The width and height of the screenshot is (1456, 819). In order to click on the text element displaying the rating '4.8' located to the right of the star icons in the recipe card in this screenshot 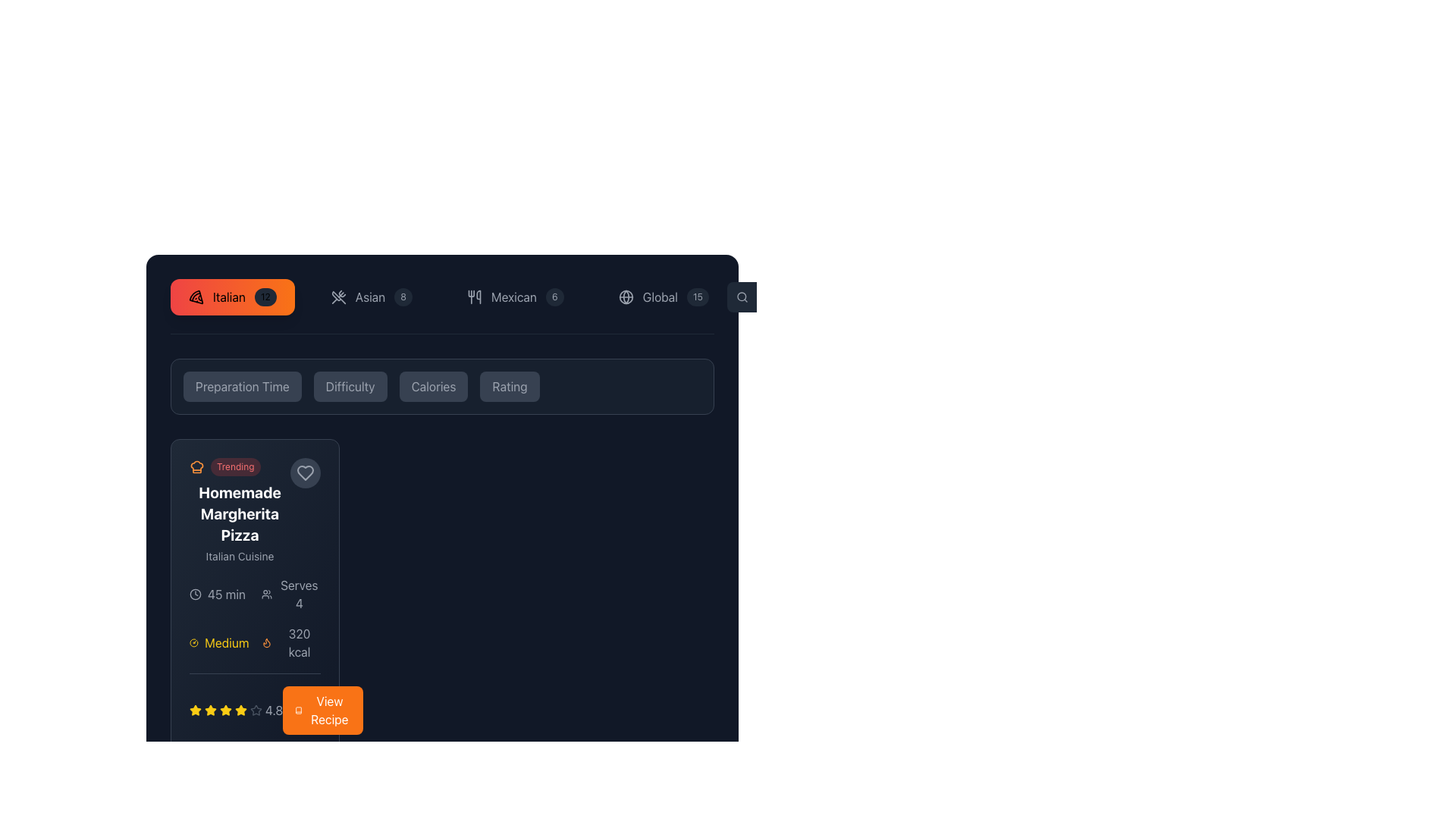, I will do `click(274, 711)`.